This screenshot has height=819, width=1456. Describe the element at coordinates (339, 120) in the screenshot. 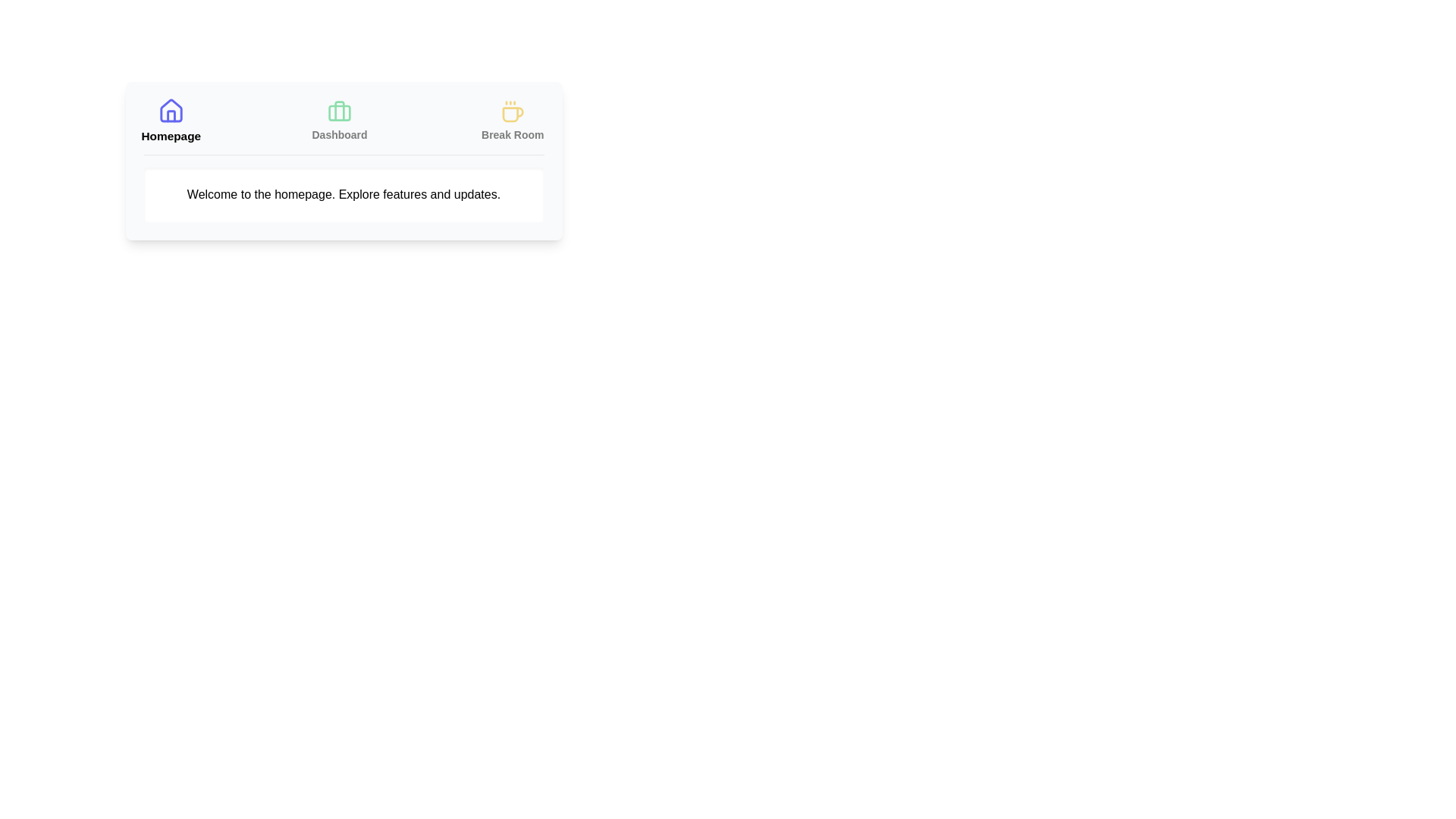

I see `the Dashboard tab by clicking its corresponding button` at that location.